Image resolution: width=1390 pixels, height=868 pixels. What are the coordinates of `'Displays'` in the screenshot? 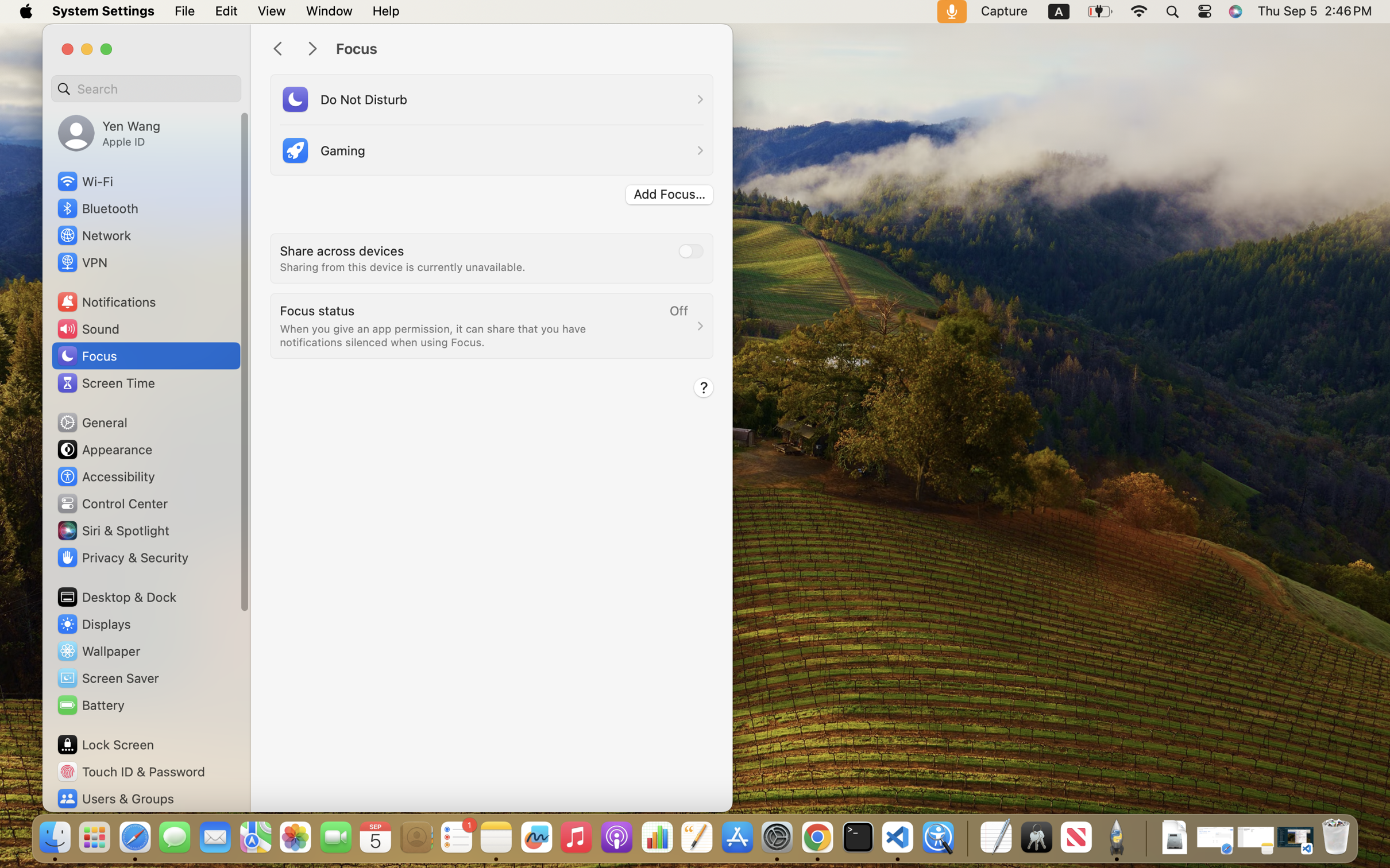 It's located at (93, 624).